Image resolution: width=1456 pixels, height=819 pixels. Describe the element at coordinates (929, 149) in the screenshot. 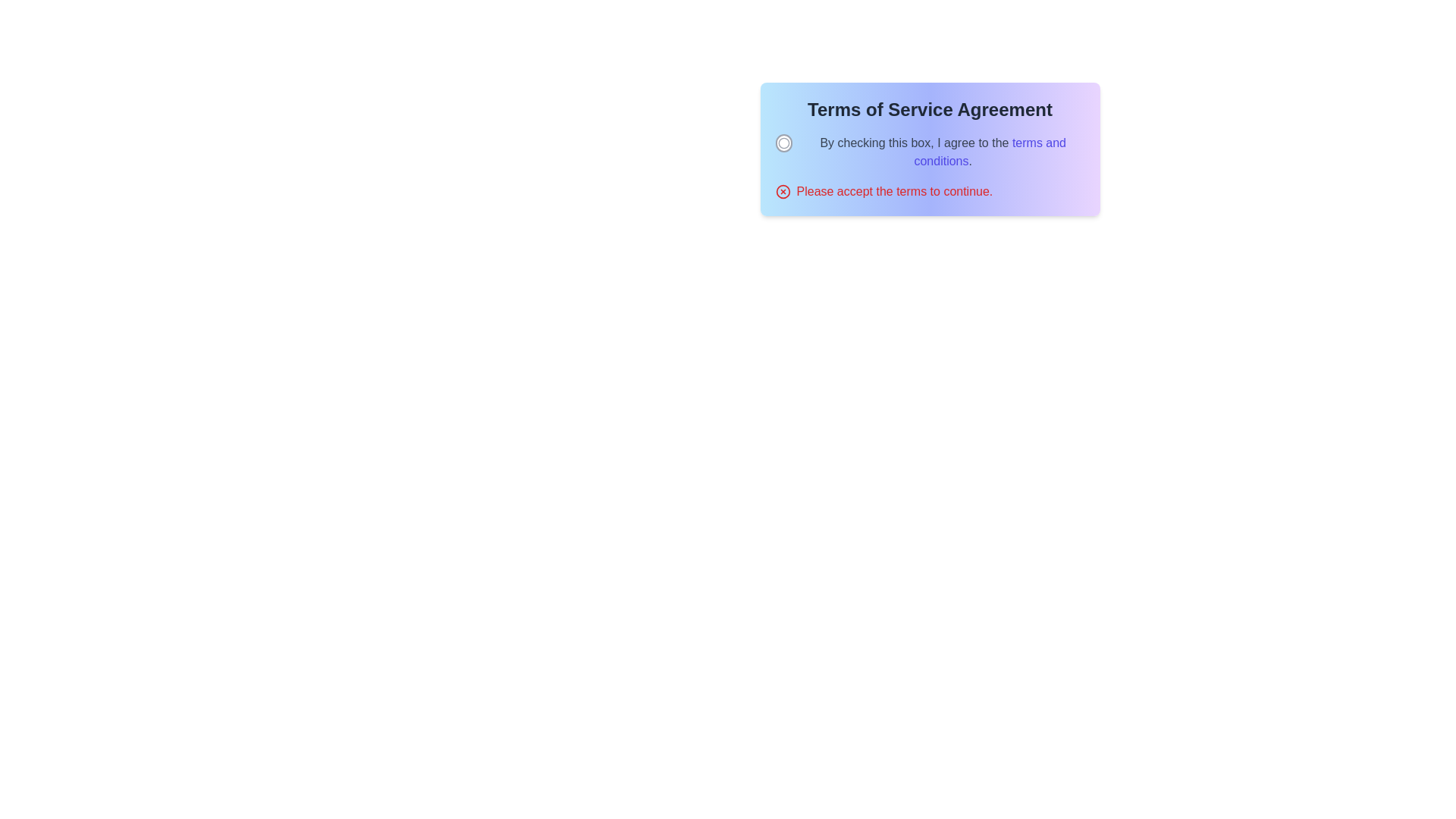

I see `Terms of Service Agreement presented in the Information and interaction panel, which includes a checkbox for confirming agreement` at that location.